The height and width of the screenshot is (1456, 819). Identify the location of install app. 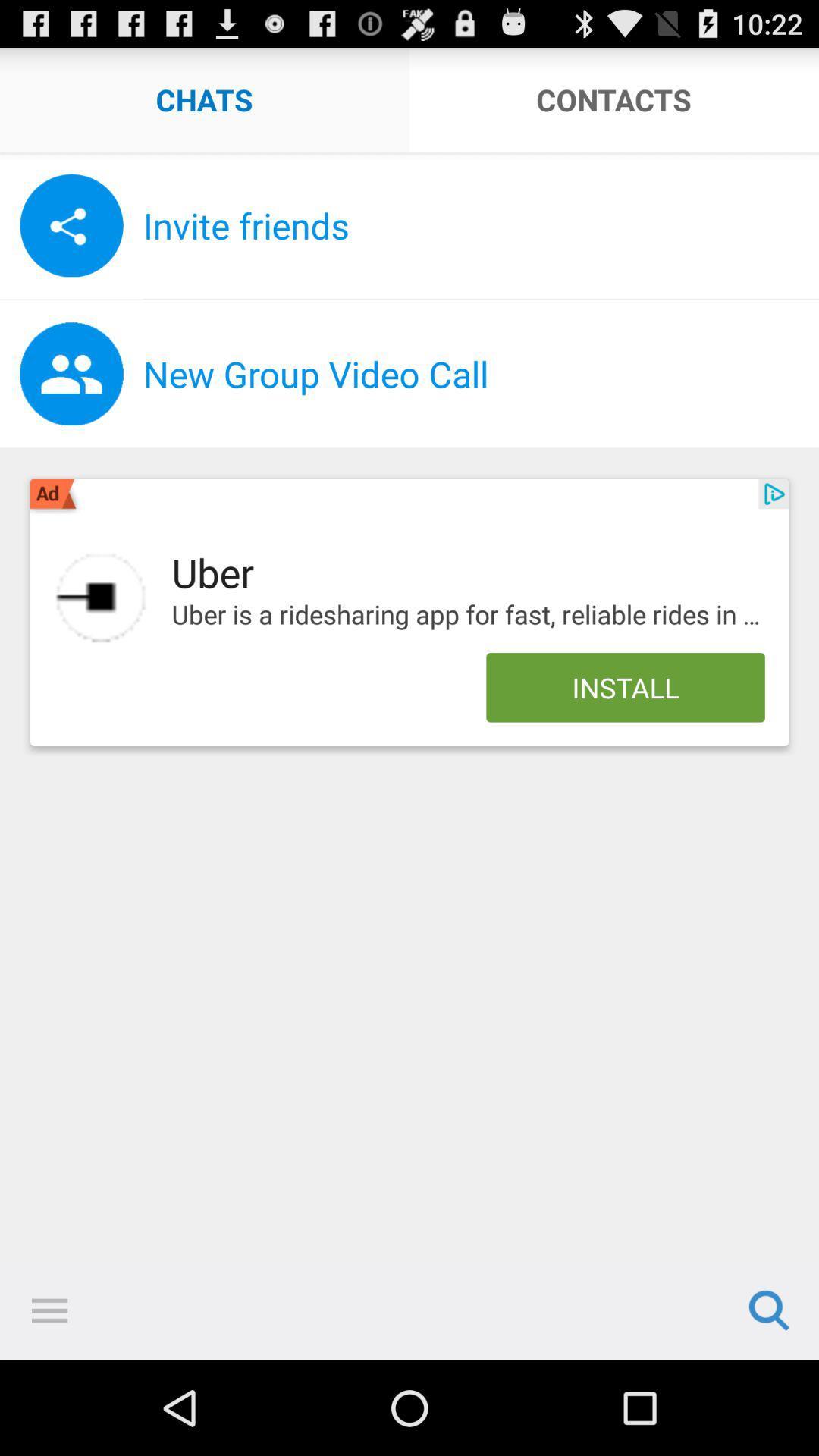
(101, 597).